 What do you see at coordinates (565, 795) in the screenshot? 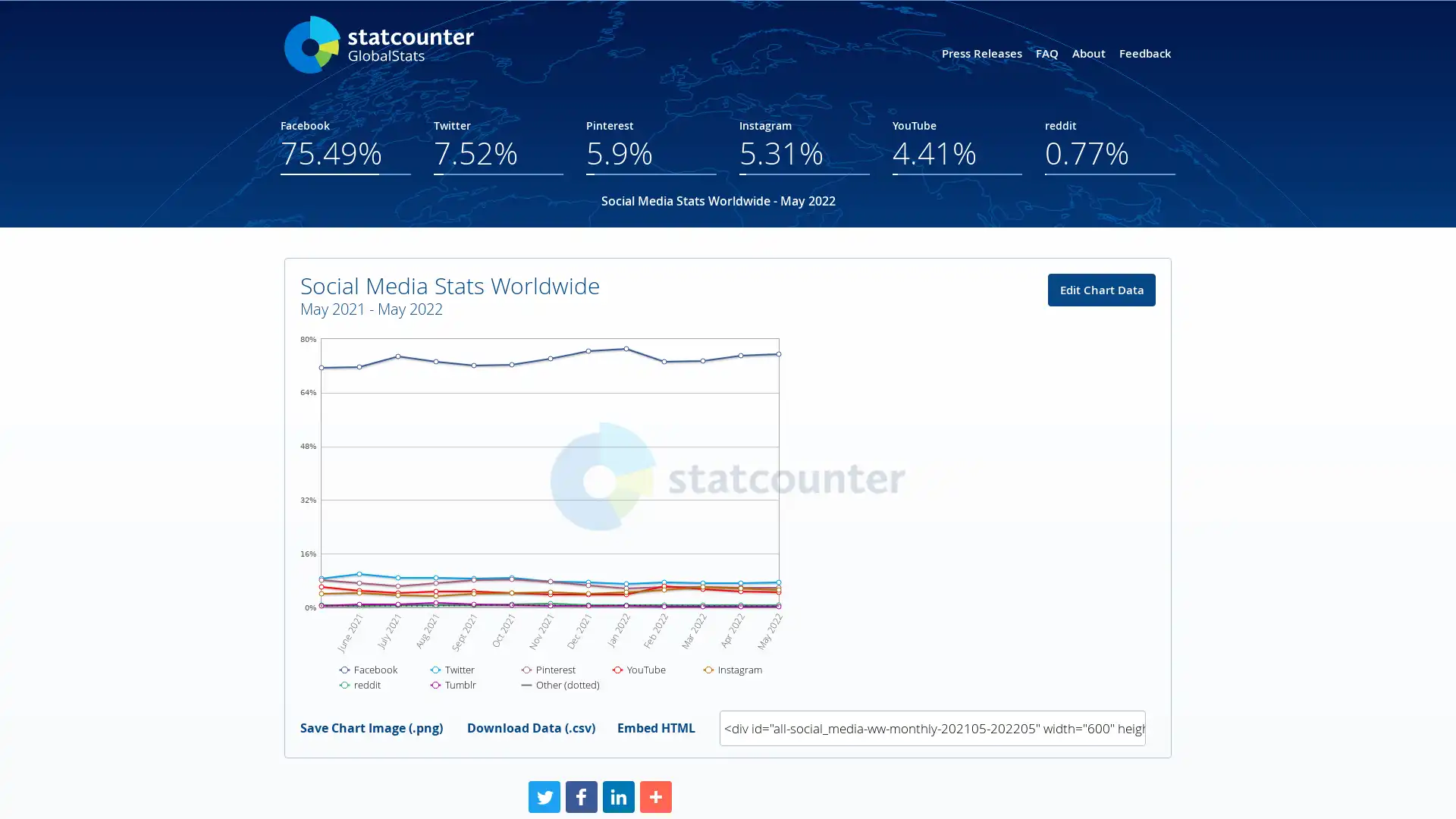
I see `Share to Twitter Twitter` at bounding box center [565, 795].